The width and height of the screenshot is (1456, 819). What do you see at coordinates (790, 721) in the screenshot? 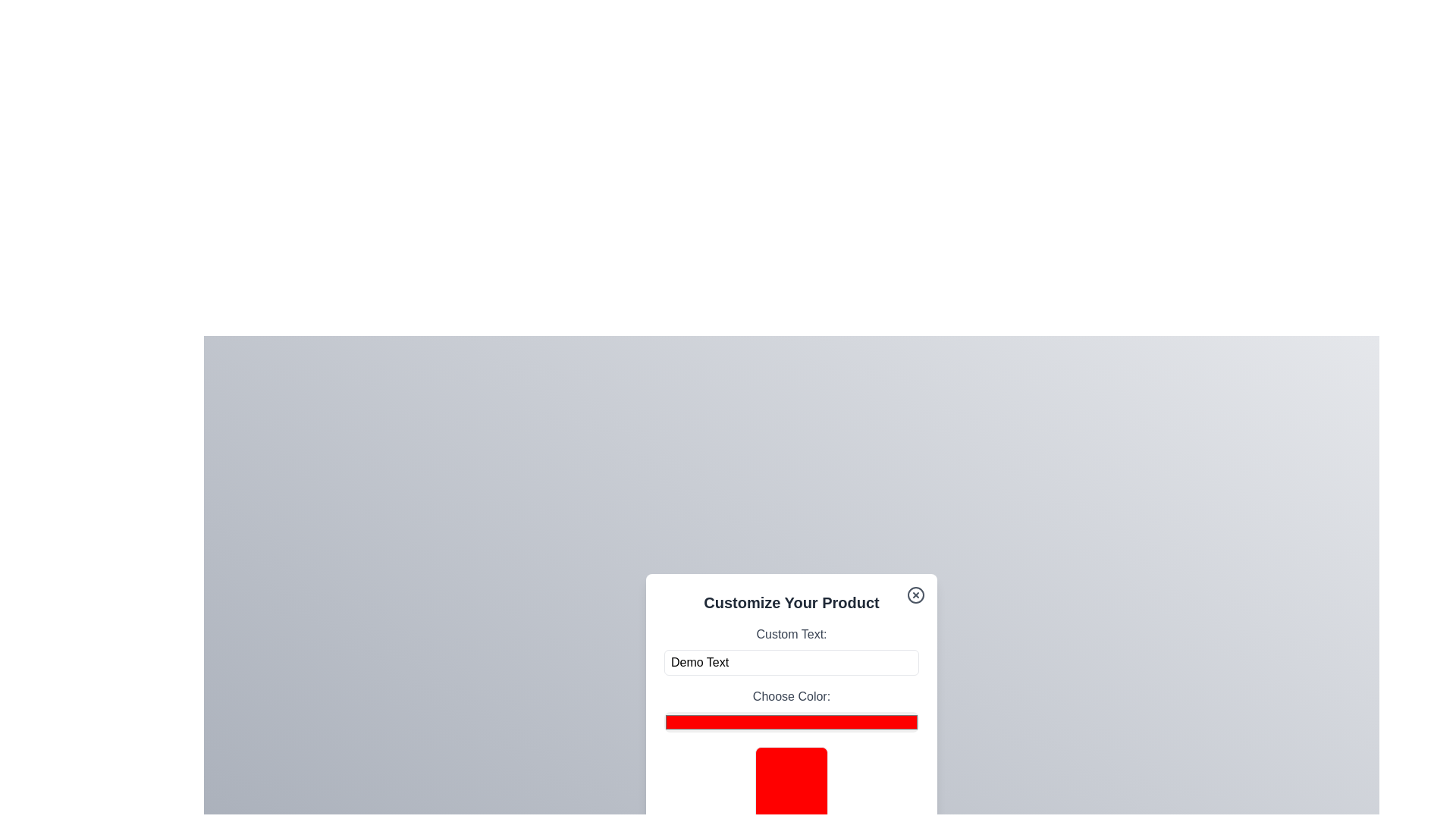
I see `the color picker to a specific color value 6408632` at bounding box center [790, 721].